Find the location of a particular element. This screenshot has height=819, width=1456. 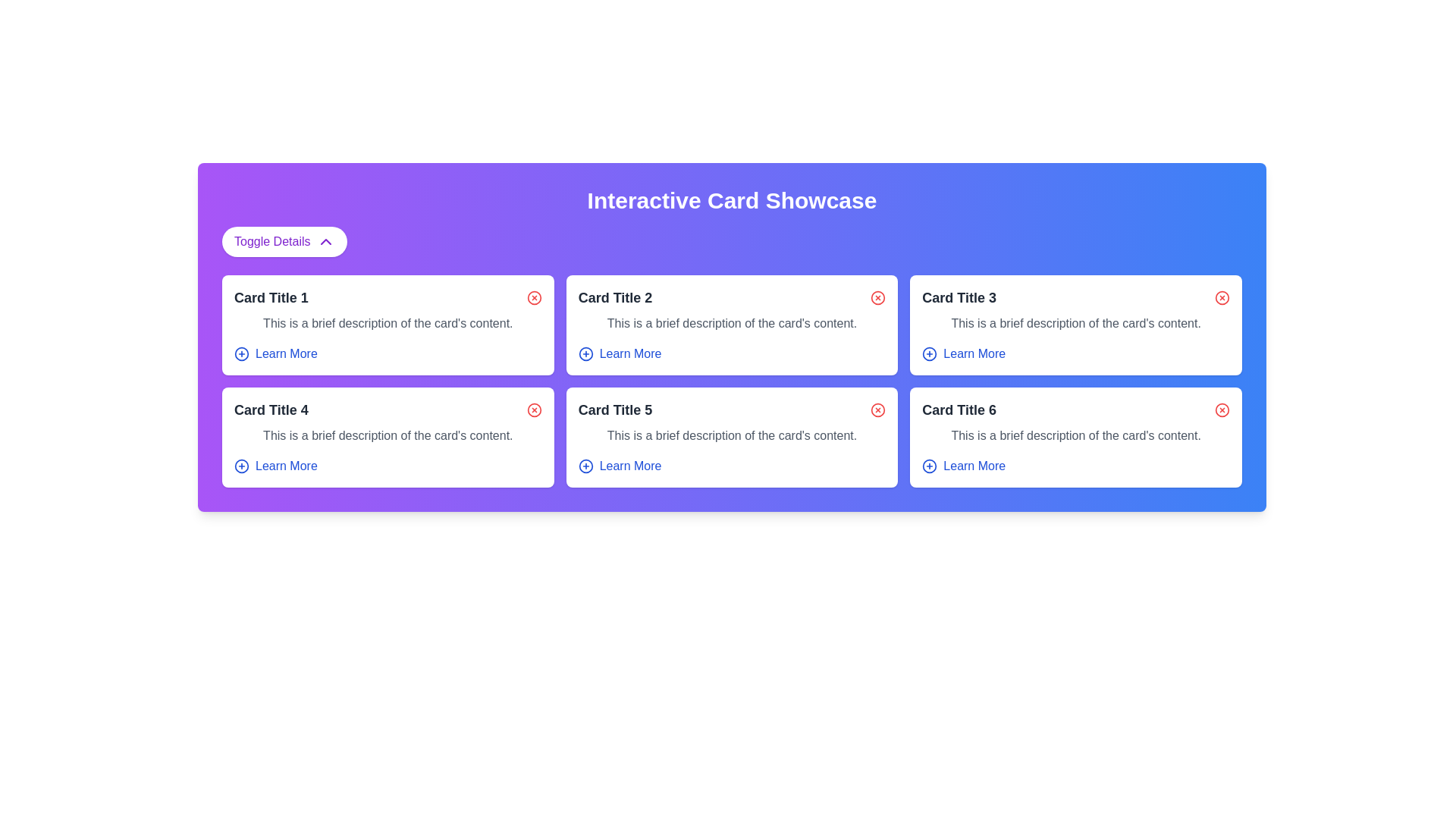

descriptive text located in the lower half of the 'Card Title 4' card, which provides additional details about its content or context is located at coordinates (388, 435).